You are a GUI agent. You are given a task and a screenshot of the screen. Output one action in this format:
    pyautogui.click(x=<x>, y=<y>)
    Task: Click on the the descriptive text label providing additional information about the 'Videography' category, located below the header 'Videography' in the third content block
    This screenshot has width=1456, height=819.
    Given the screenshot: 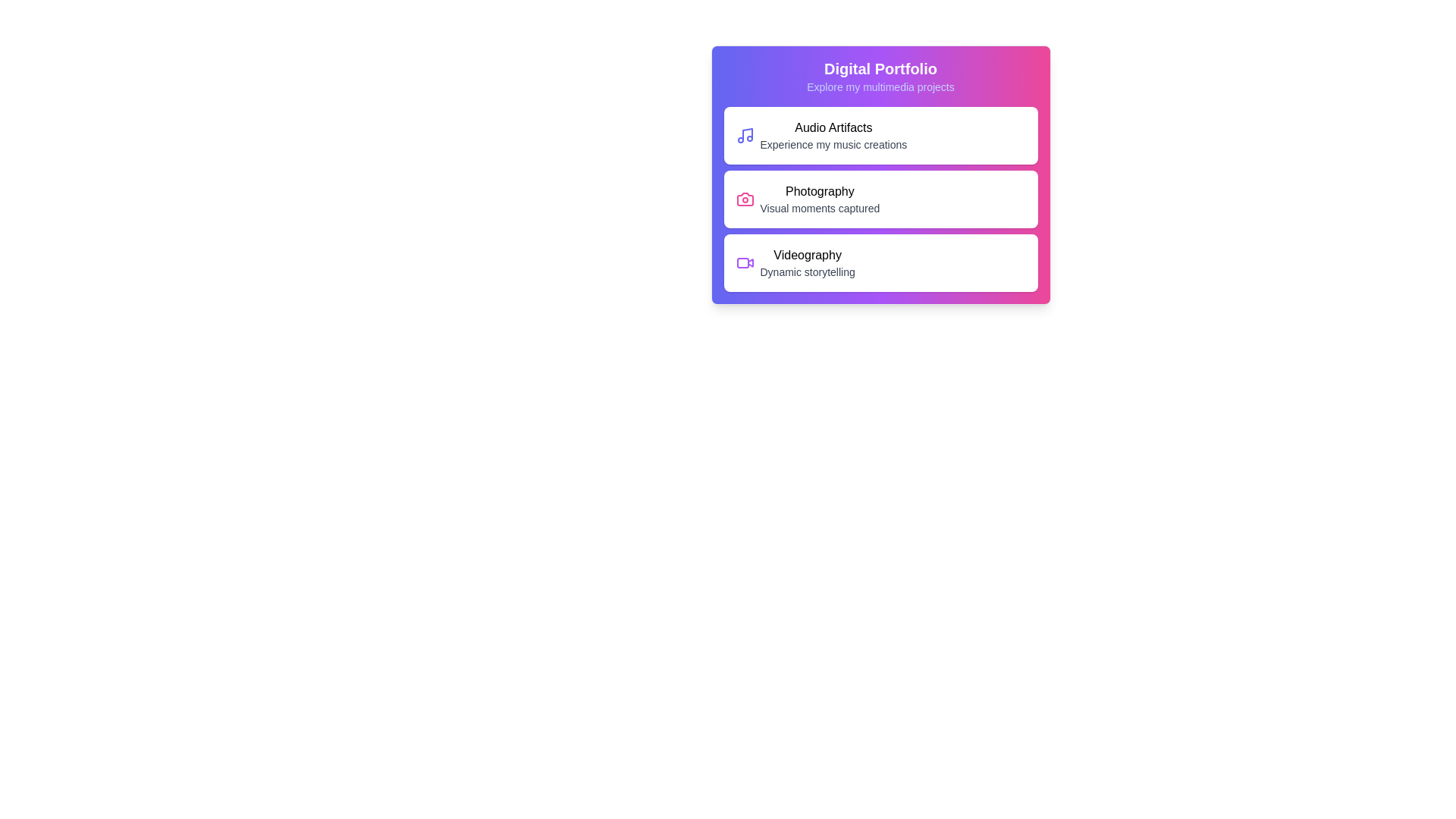 What is the action you would take?
    pyautogui.click(x=807, y=271)
    